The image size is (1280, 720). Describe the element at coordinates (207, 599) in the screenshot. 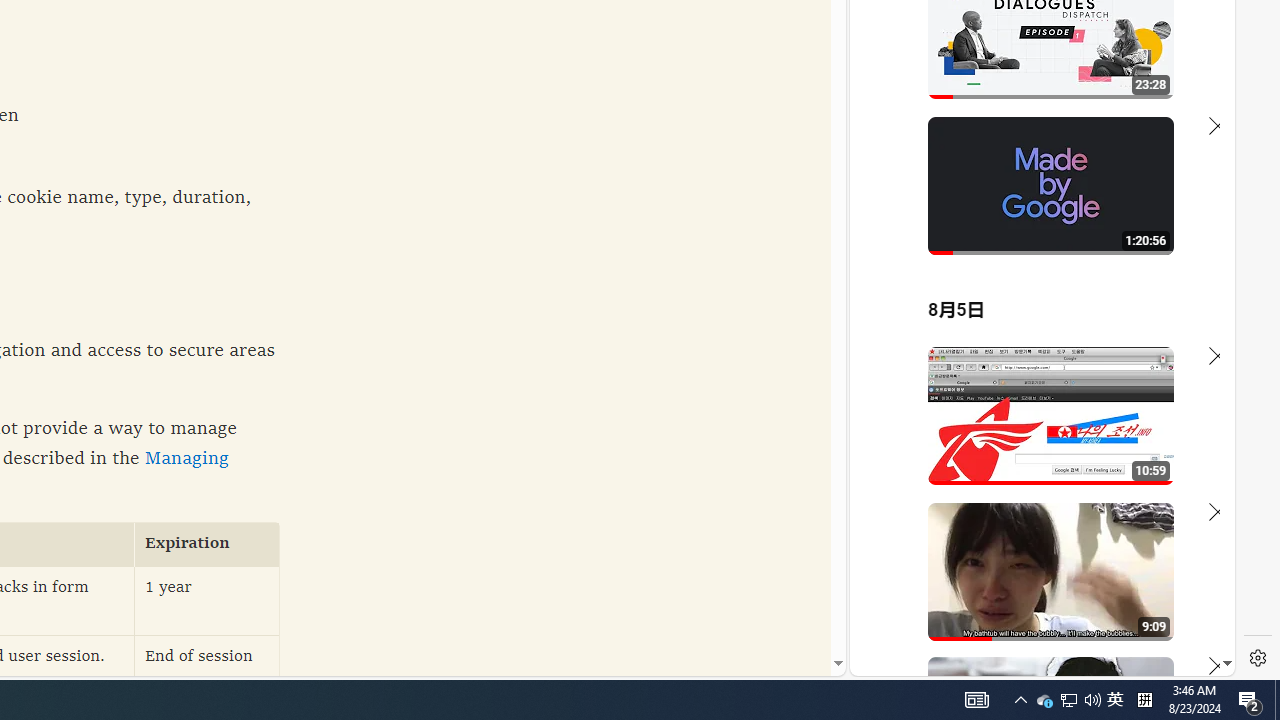

I see `'1 year'` at that location.